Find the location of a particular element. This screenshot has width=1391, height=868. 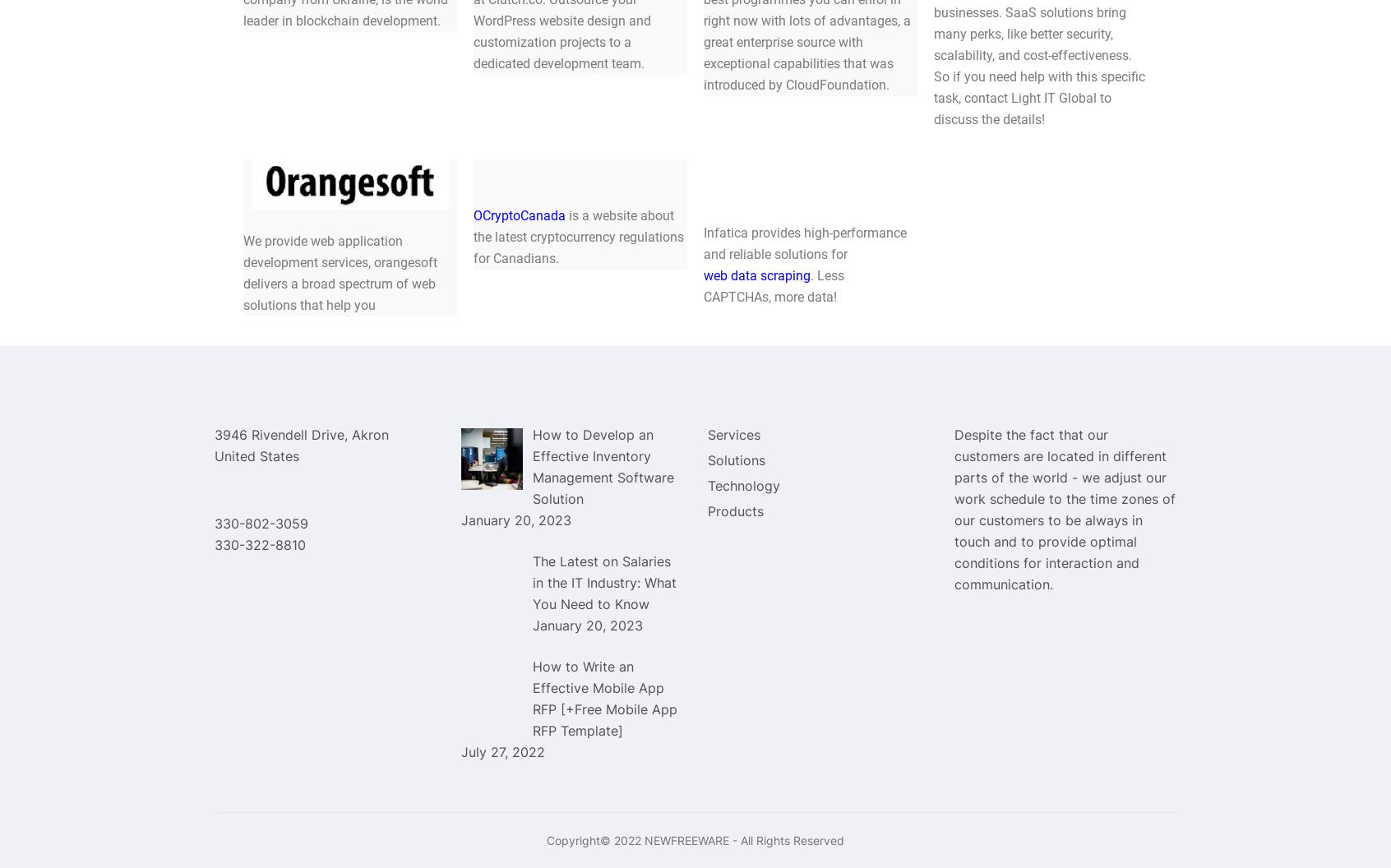

'Technology' is located at coordinates (743, 484).